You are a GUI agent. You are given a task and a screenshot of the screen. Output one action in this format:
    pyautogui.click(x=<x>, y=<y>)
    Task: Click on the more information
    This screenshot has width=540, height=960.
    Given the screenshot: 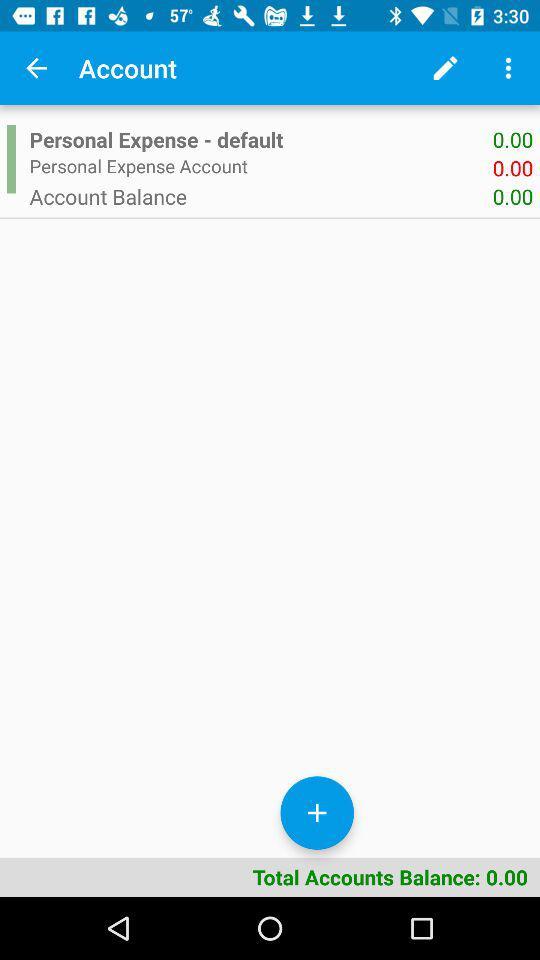 What is the action you would take?
    pyautogui.click(x=508, y=68)
    